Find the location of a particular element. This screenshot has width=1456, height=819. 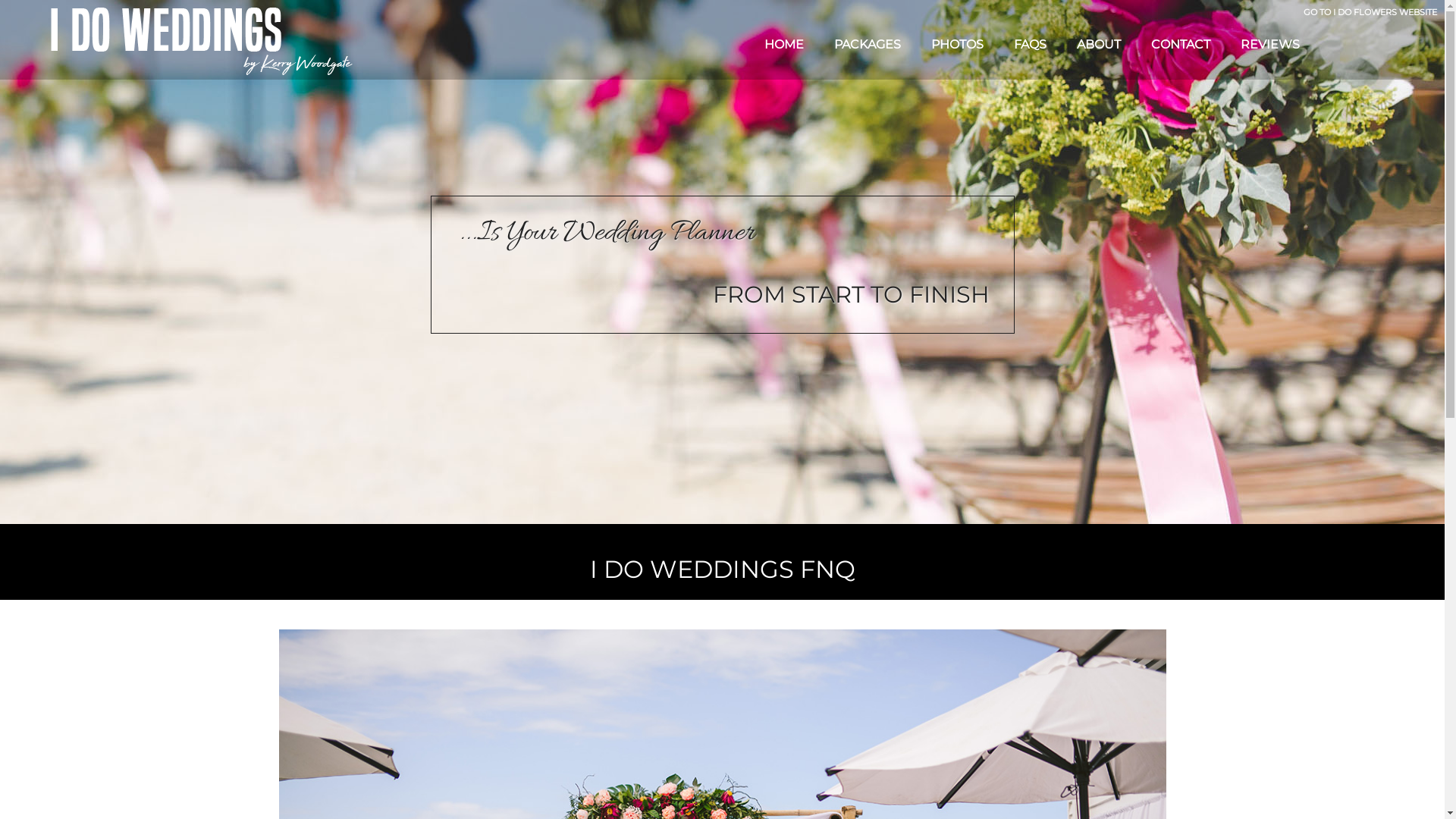

'PACKAGES' is located at coordinates (818, 43).